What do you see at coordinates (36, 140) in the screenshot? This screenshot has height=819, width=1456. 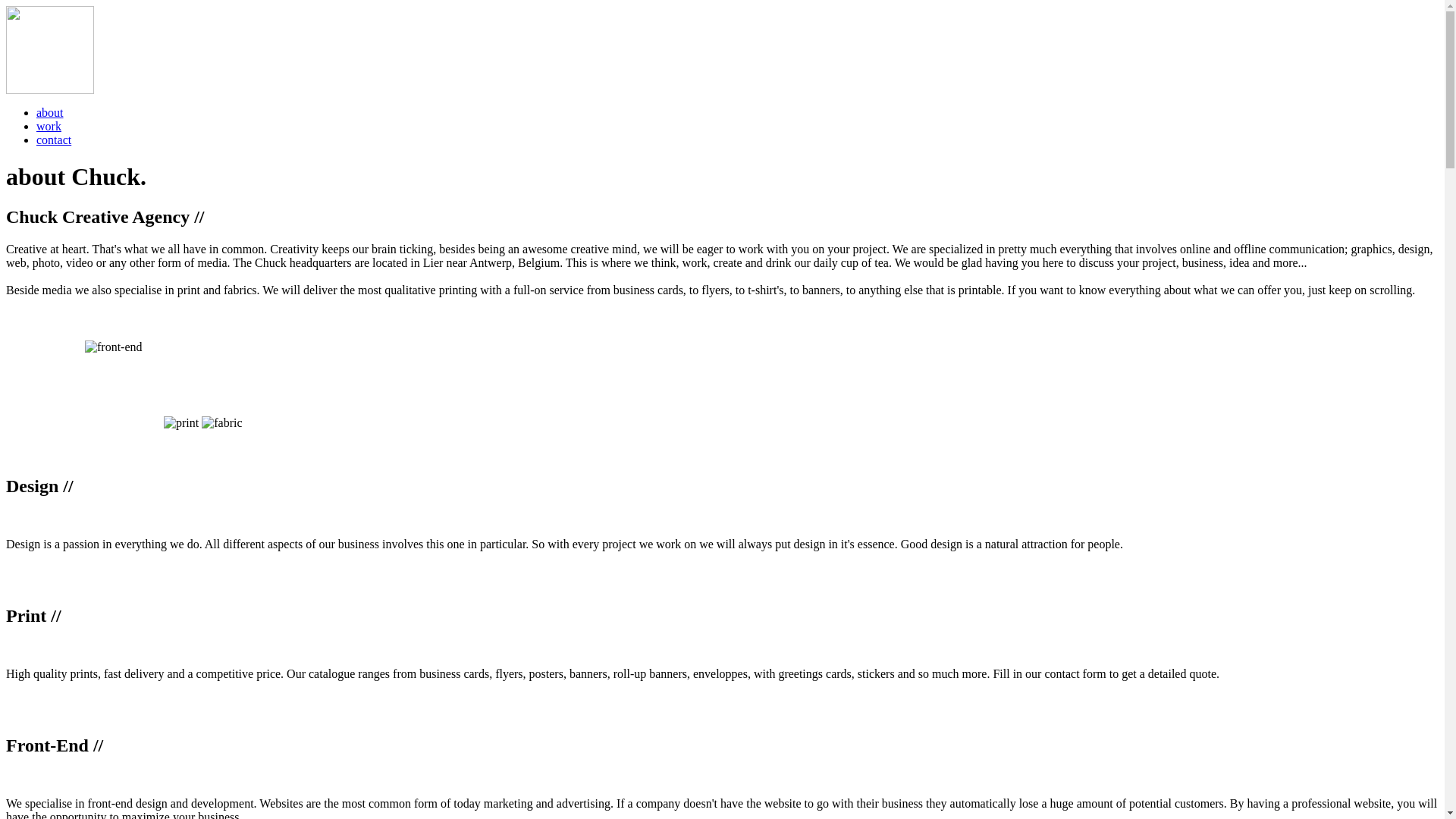 I see `'contact'` at bounding box center [36, 140].